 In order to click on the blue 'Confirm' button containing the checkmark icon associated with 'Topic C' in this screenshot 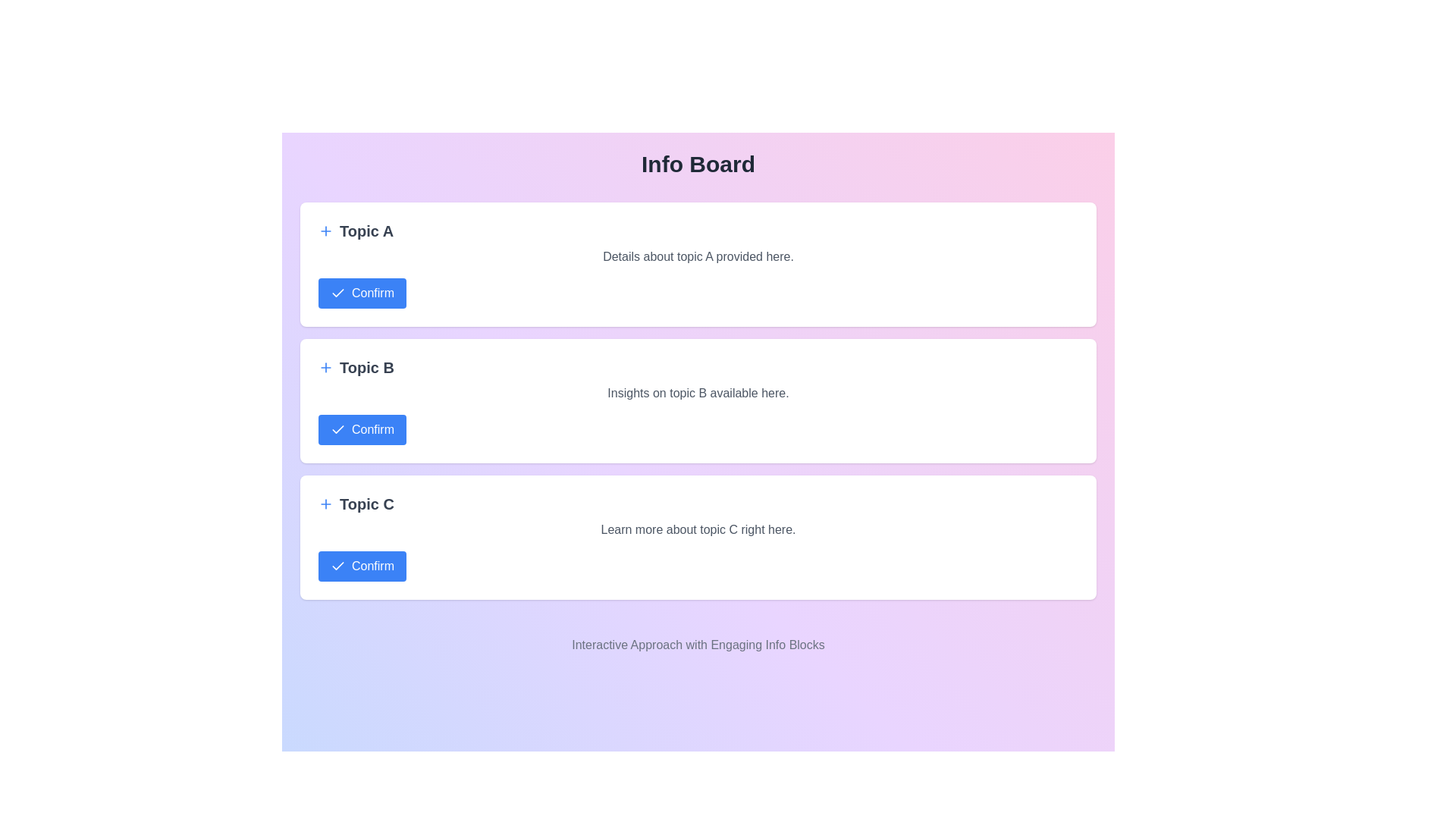, I will do `click(337, 566)`.